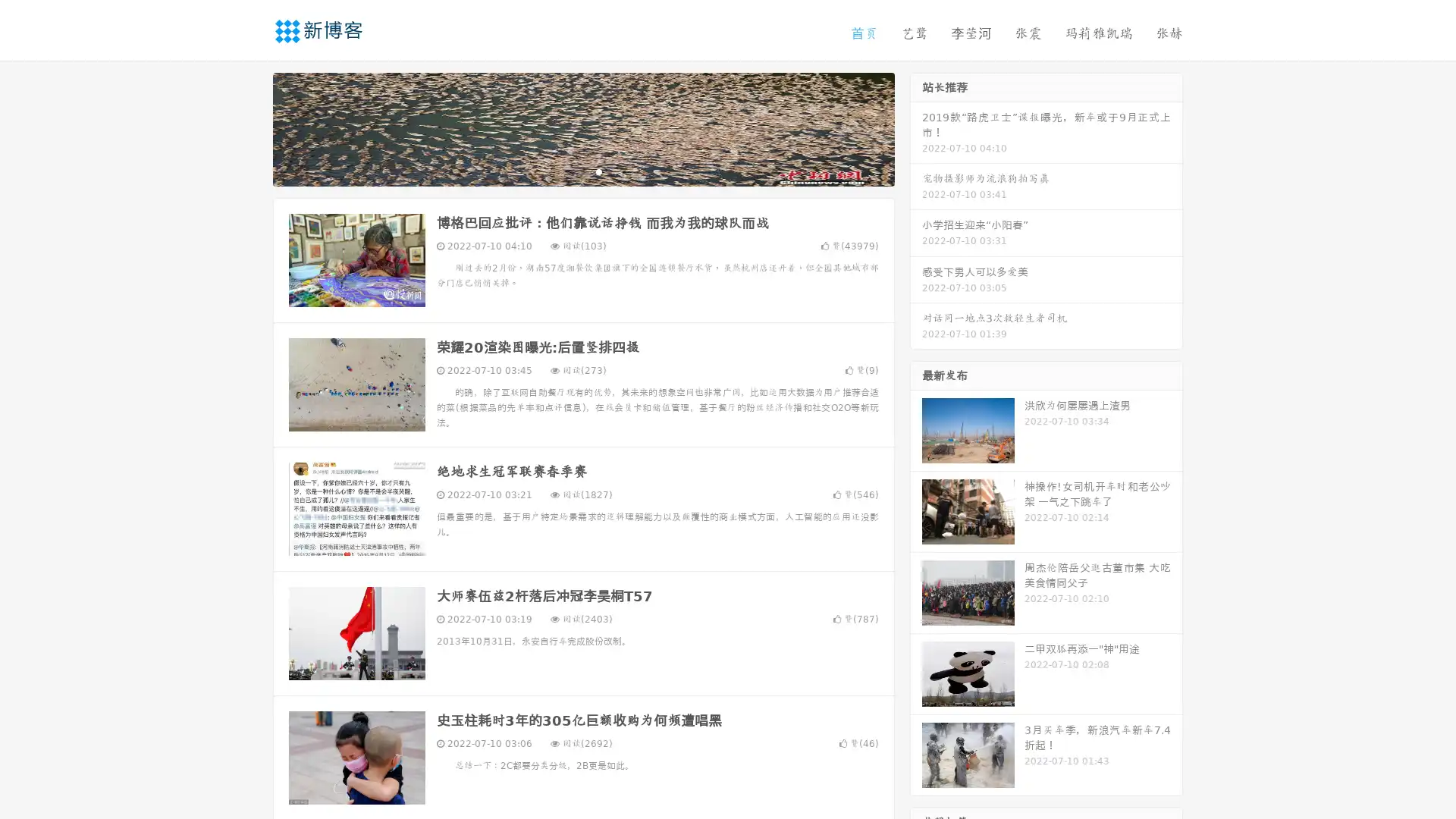 Image resolution: width=1456 pixels, height=819 pixels. I want to click on Previous slide, so click(250, 127).